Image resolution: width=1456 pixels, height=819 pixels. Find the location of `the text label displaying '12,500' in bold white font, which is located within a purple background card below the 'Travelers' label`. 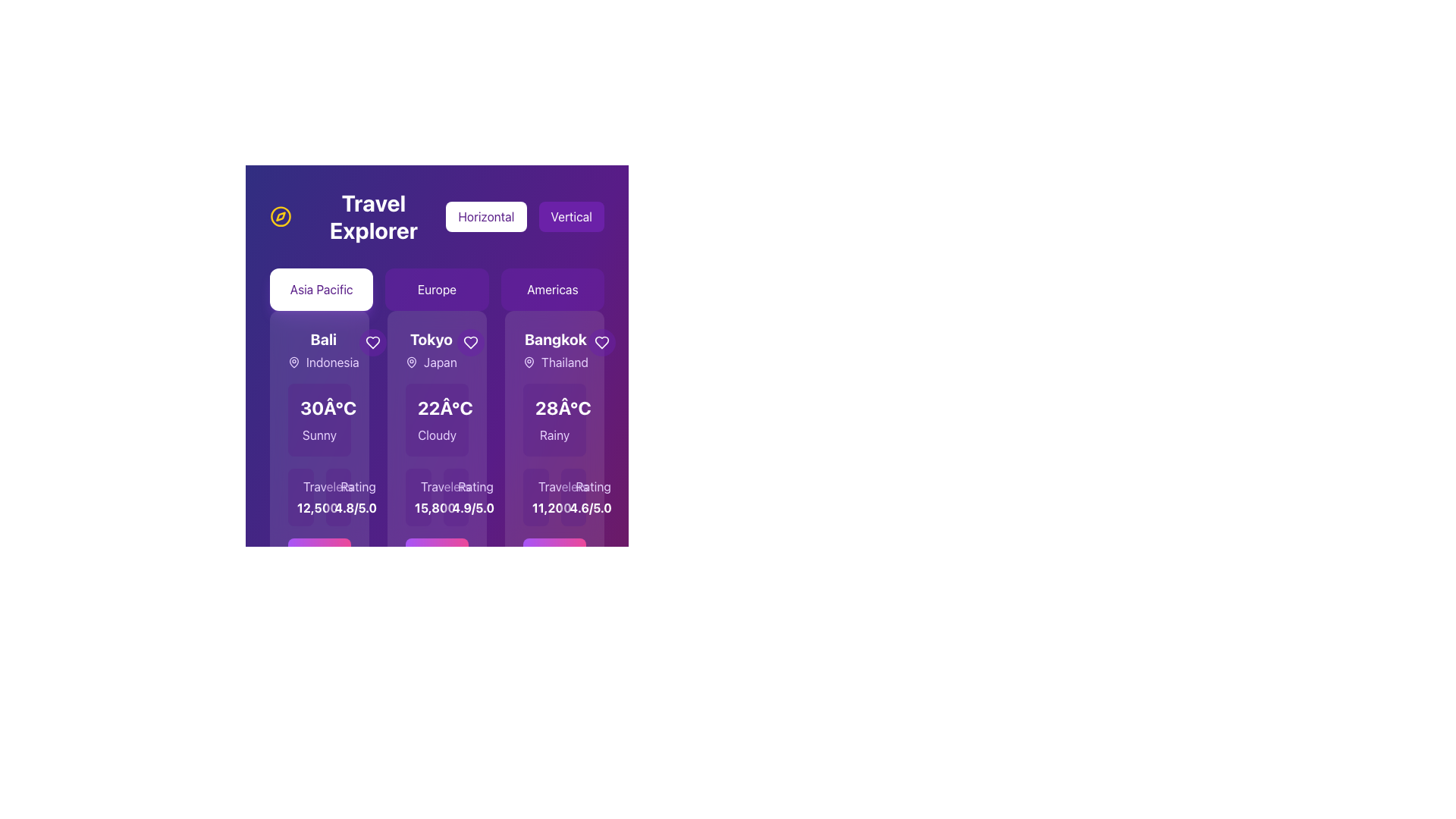

the text label displaying '12,500' in bold white font, which is located within a purple background card below the 'Travelers' label is located at coordinates (300, 508).